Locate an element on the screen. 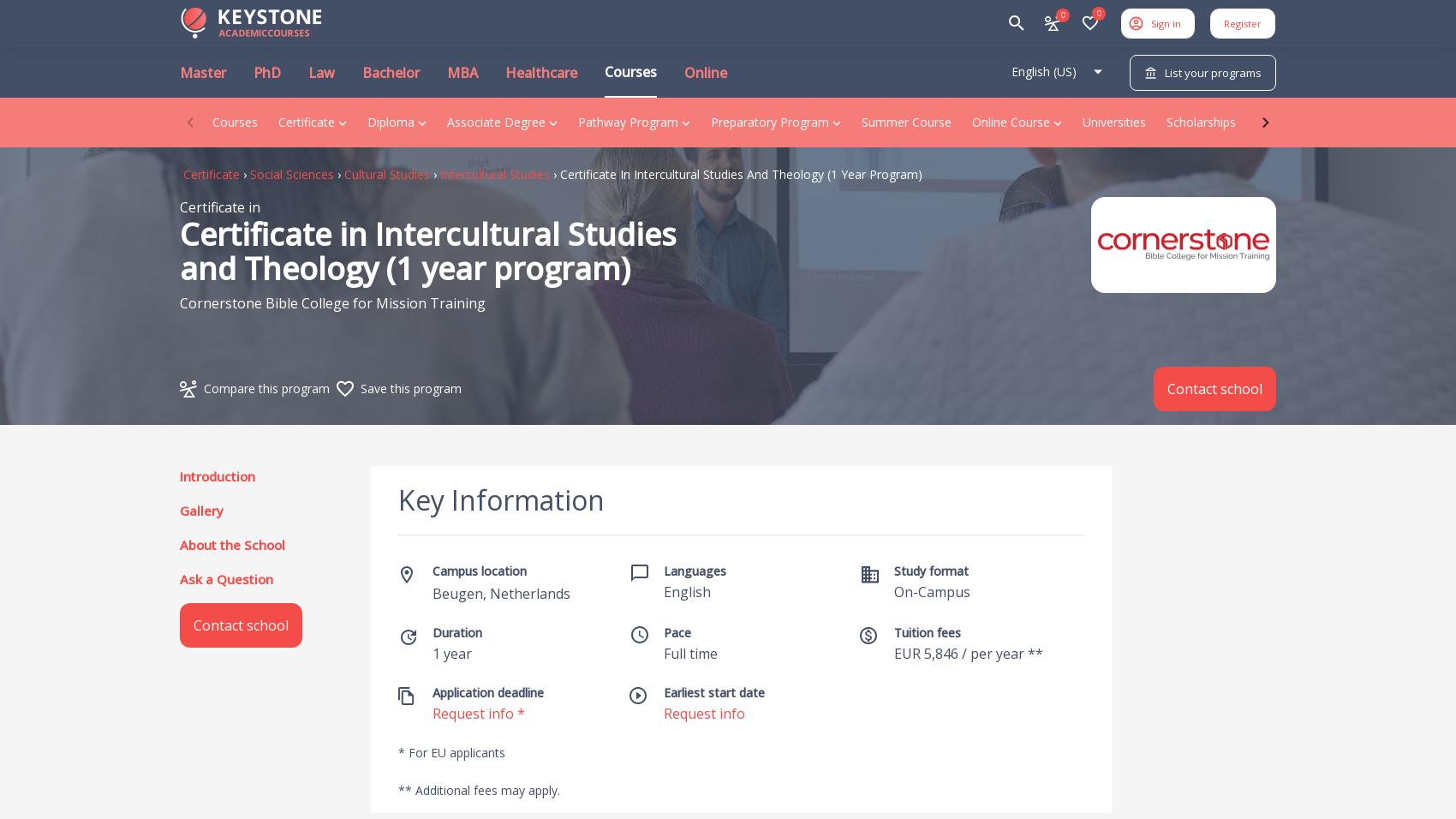  'Bachelor' is located at coordinates (391, 71).